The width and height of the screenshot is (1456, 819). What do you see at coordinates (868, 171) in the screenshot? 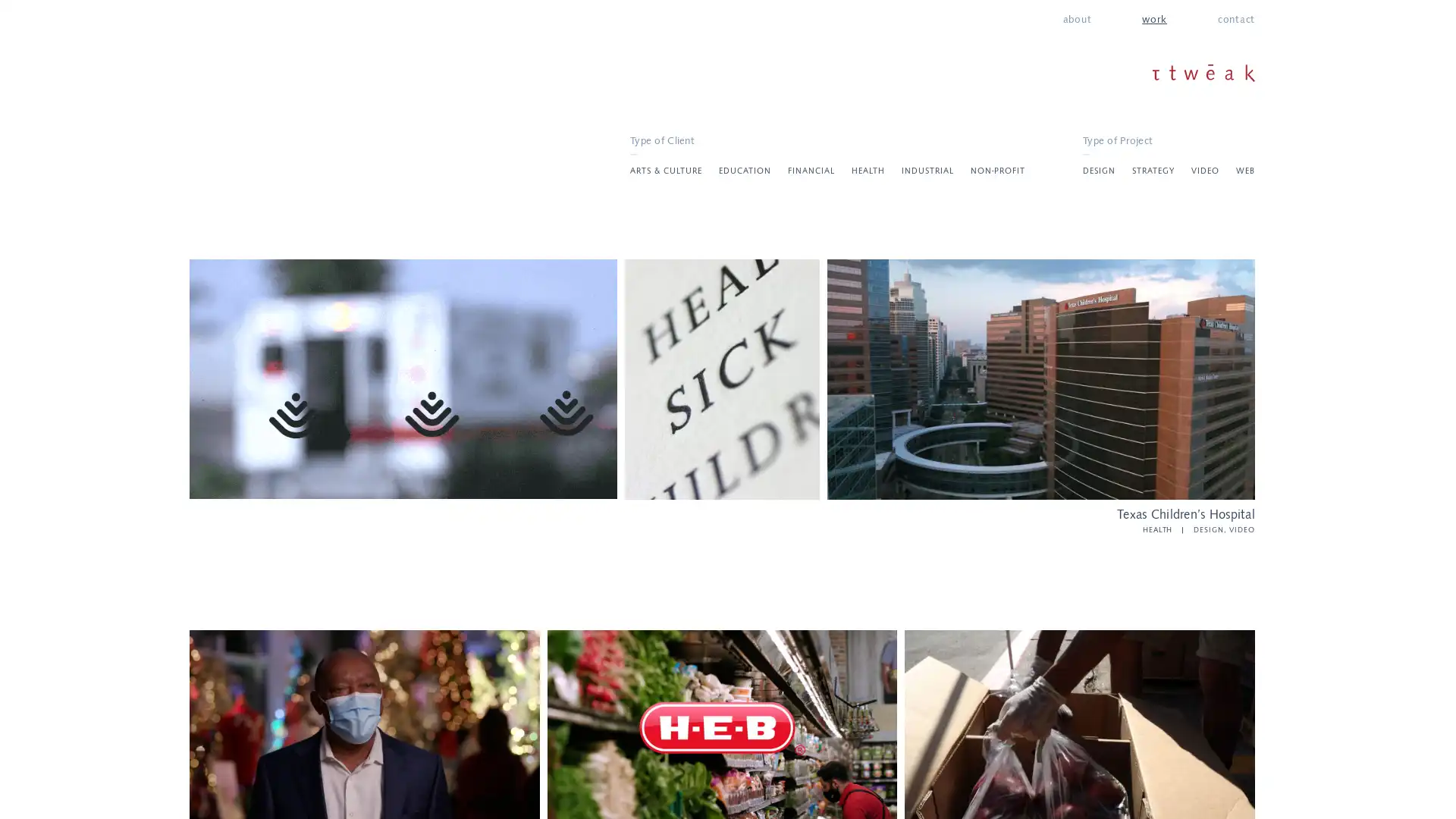
I see `HEALTH` at bounding box center [868, 171].